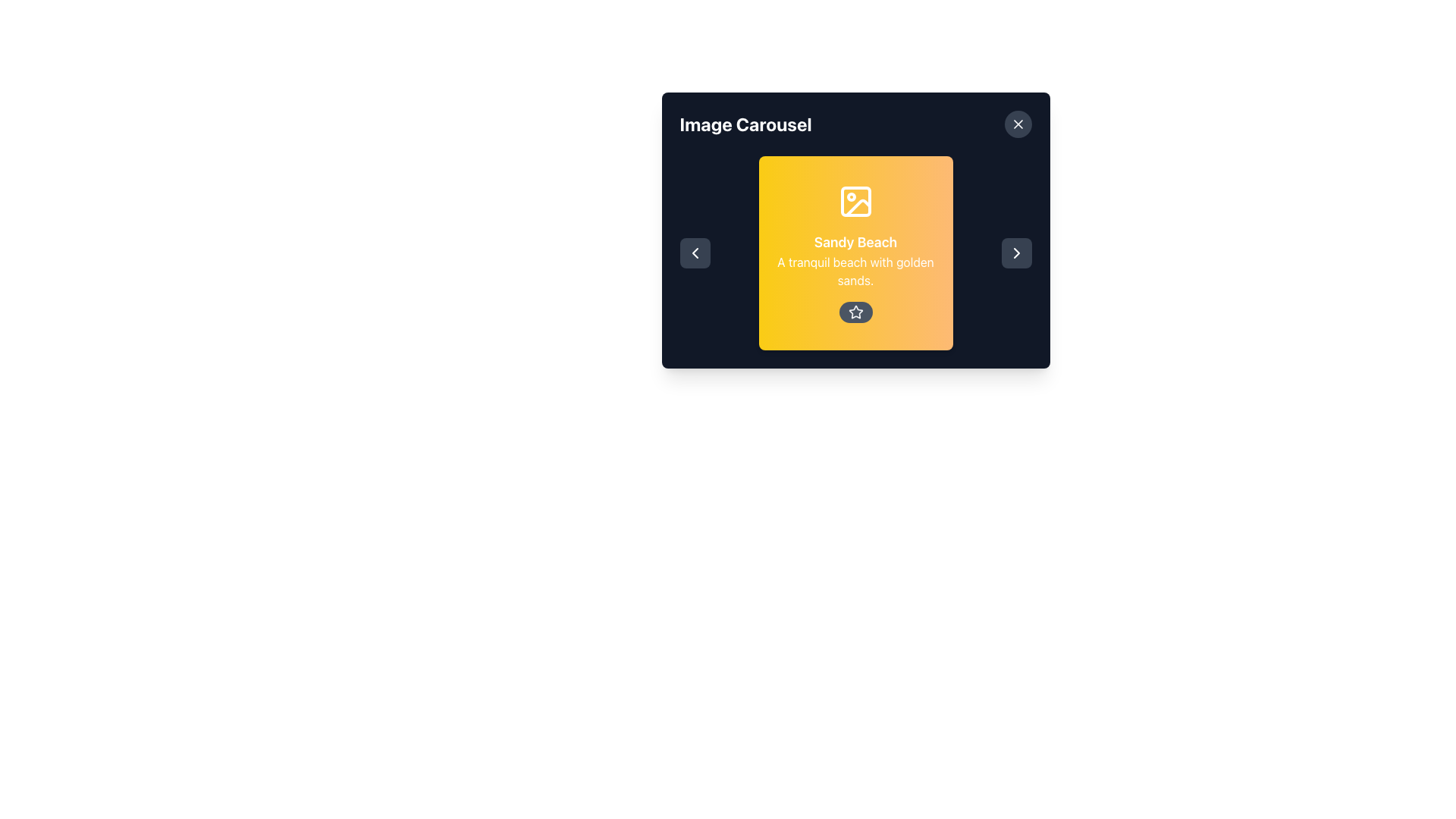  Describe the element at coordinates (745, 124) in the screenshot. I see `the static textual label that serves as a heading for the carousel interface, positioned to the left of an interactive button styled as a circular icon` at that location.